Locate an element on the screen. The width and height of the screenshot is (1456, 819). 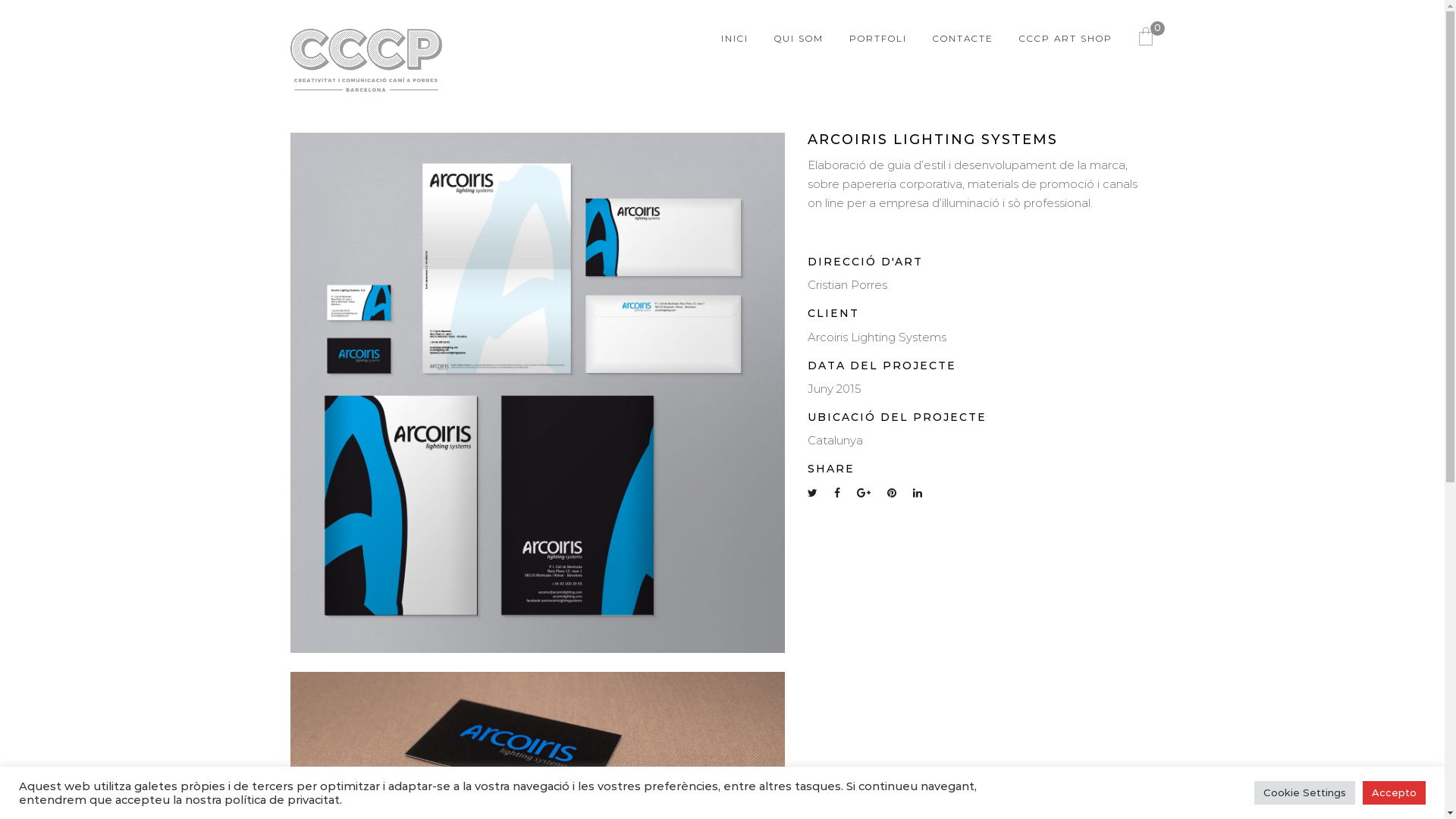
'PORTFOLI' is located at coordinates (877, 37).